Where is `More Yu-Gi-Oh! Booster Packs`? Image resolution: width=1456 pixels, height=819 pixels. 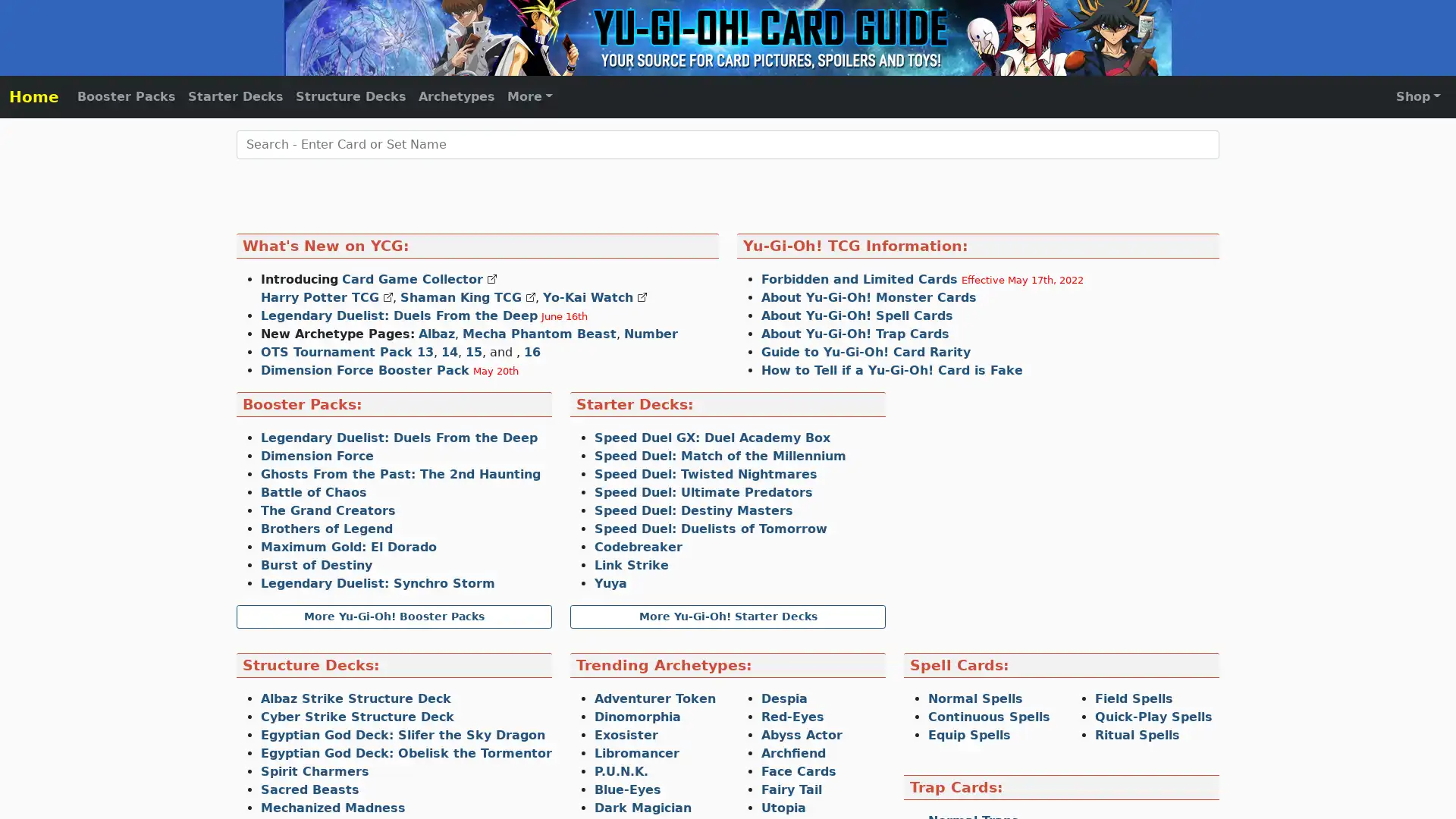 More Yu-Gi-Oh! Booster Packs is located at coordinates (394, 617).